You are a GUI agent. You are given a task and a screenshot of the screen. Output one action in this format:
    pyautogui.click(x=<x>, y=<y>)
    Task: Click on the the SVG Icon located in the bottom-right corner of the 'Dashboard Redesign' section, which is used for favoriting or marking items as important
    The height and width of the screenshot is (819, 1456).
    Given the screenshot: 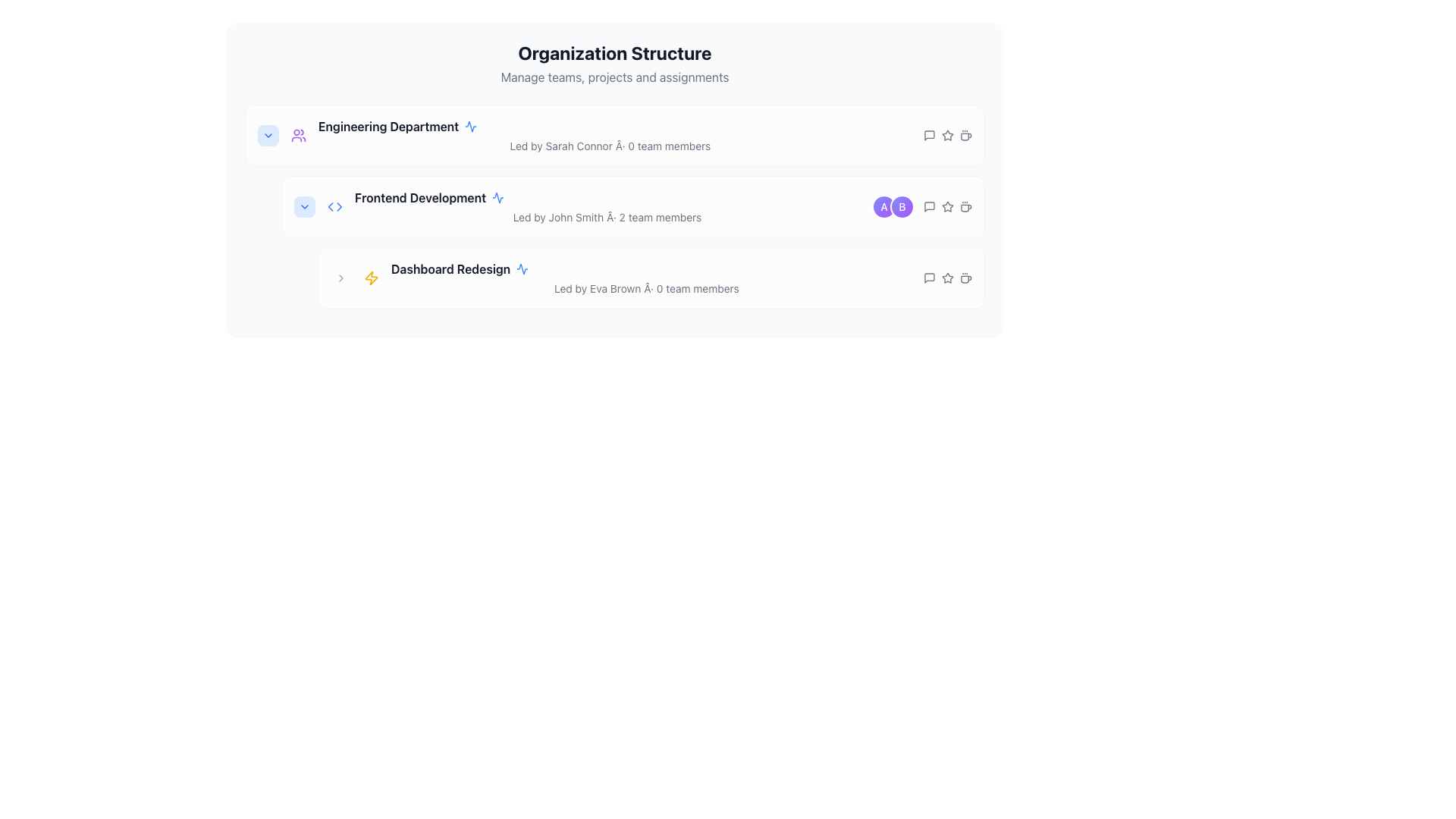 What is the action you would take?
    pyautogui.click(x=946, y=278)
    